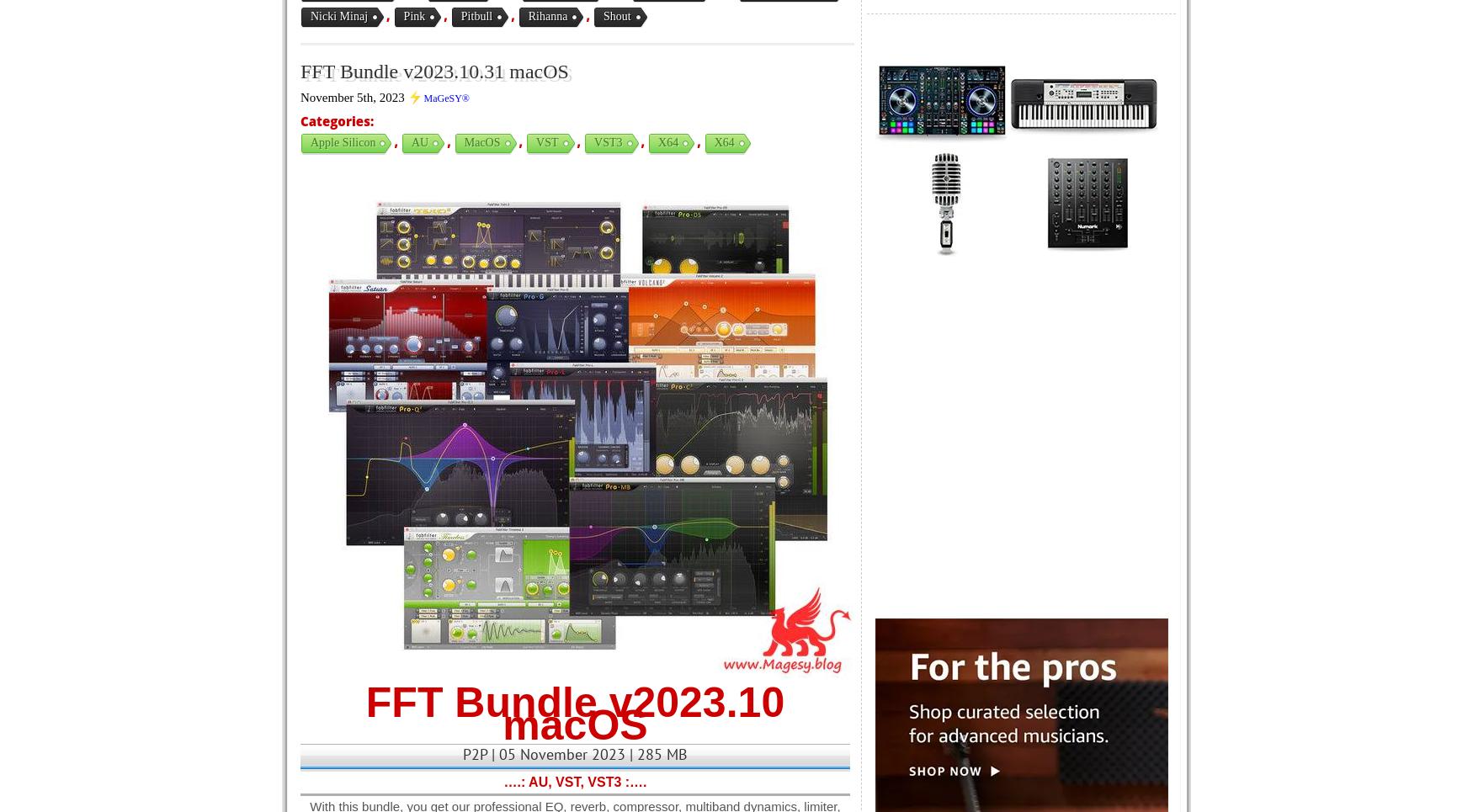  Describe the element at coordinates (481, 141) in the screenshot. I see `'macOS'` at that location.